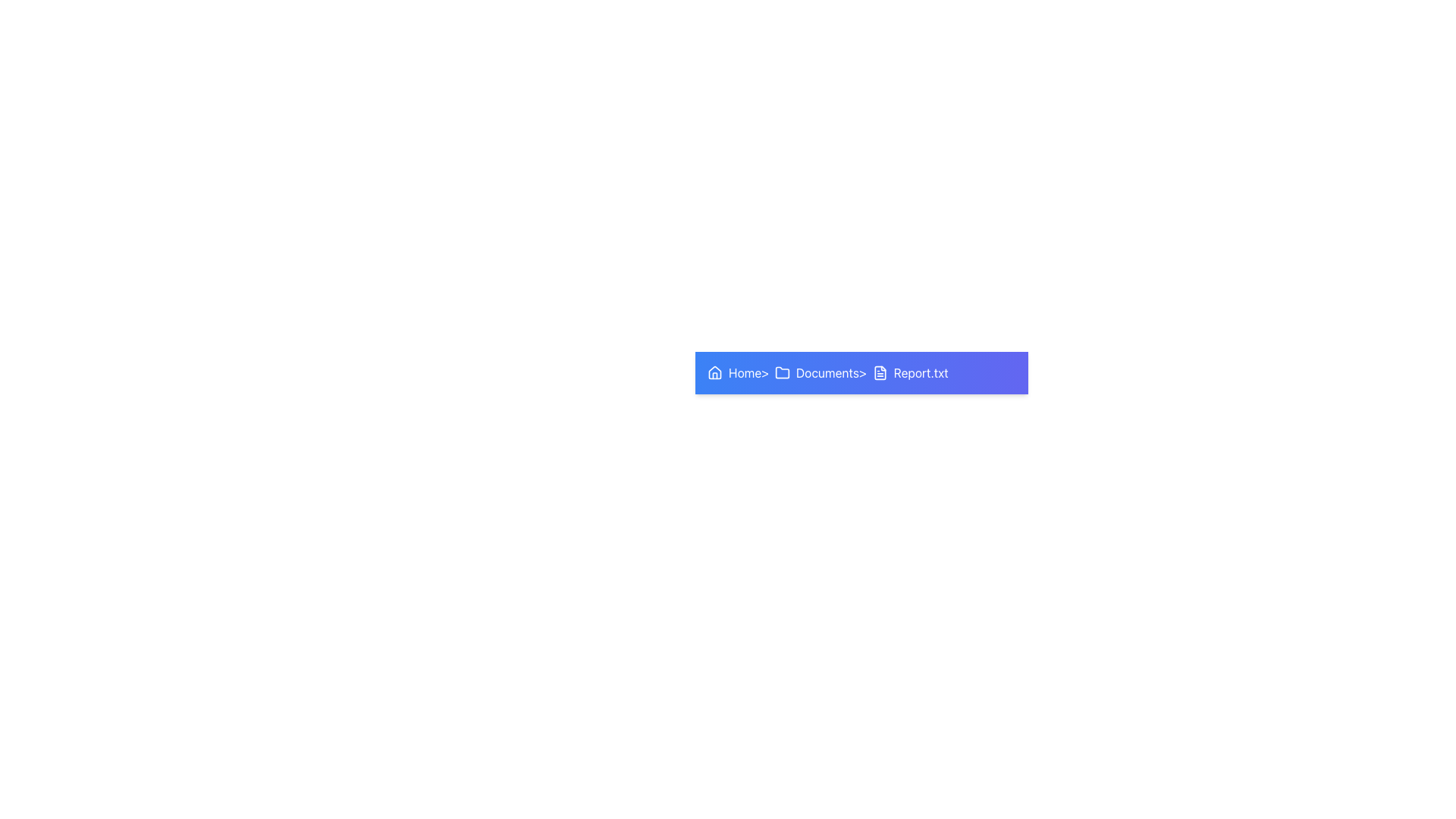 The width and height of the screenshot is (1456, 819). What do you see at coordinates (880, 373) in the screenshot?
I see `the 'Report.txt' file icon located in the breadcrumb navigation panel, positioned to the far right of the breadcrumb bar` at bounding box center [880, 373].